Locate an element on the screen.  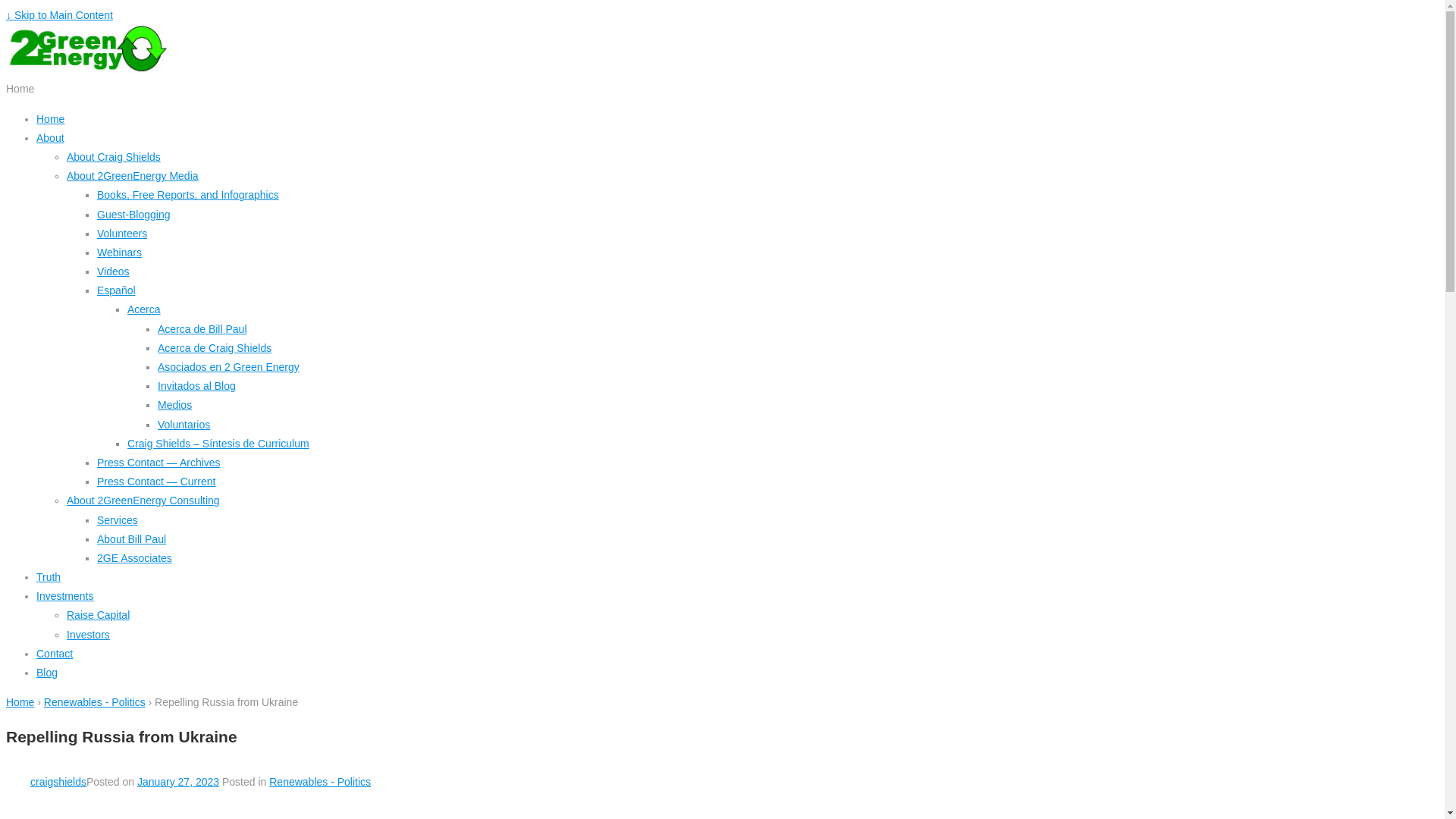
'Webinars' is located at coordinates (118, 251).